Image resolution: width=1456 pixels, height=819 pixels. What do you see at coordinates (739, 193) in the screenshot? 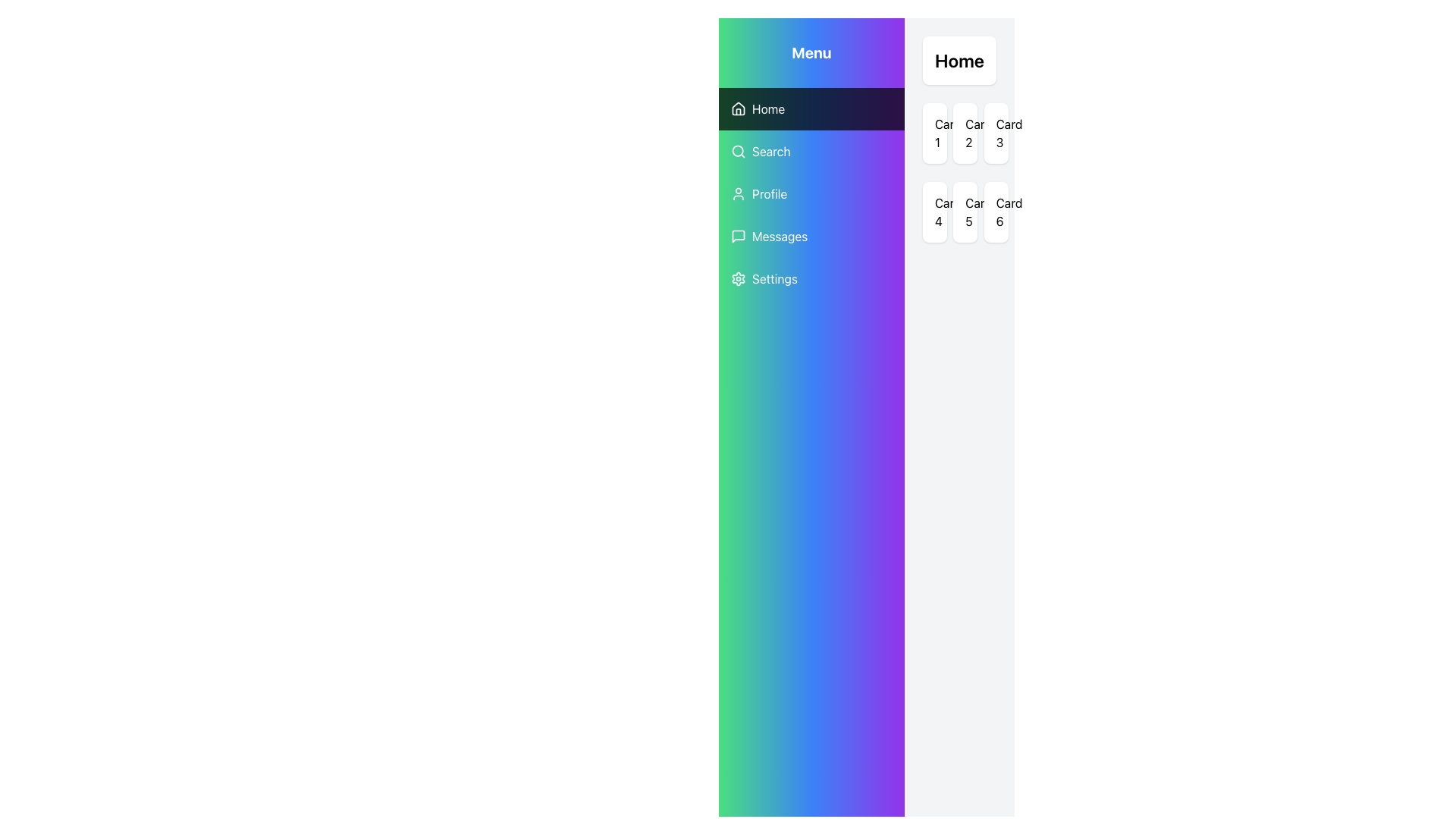
I see `the user profile icon in the vertical navigation bar` at bounding box center [739, 193].